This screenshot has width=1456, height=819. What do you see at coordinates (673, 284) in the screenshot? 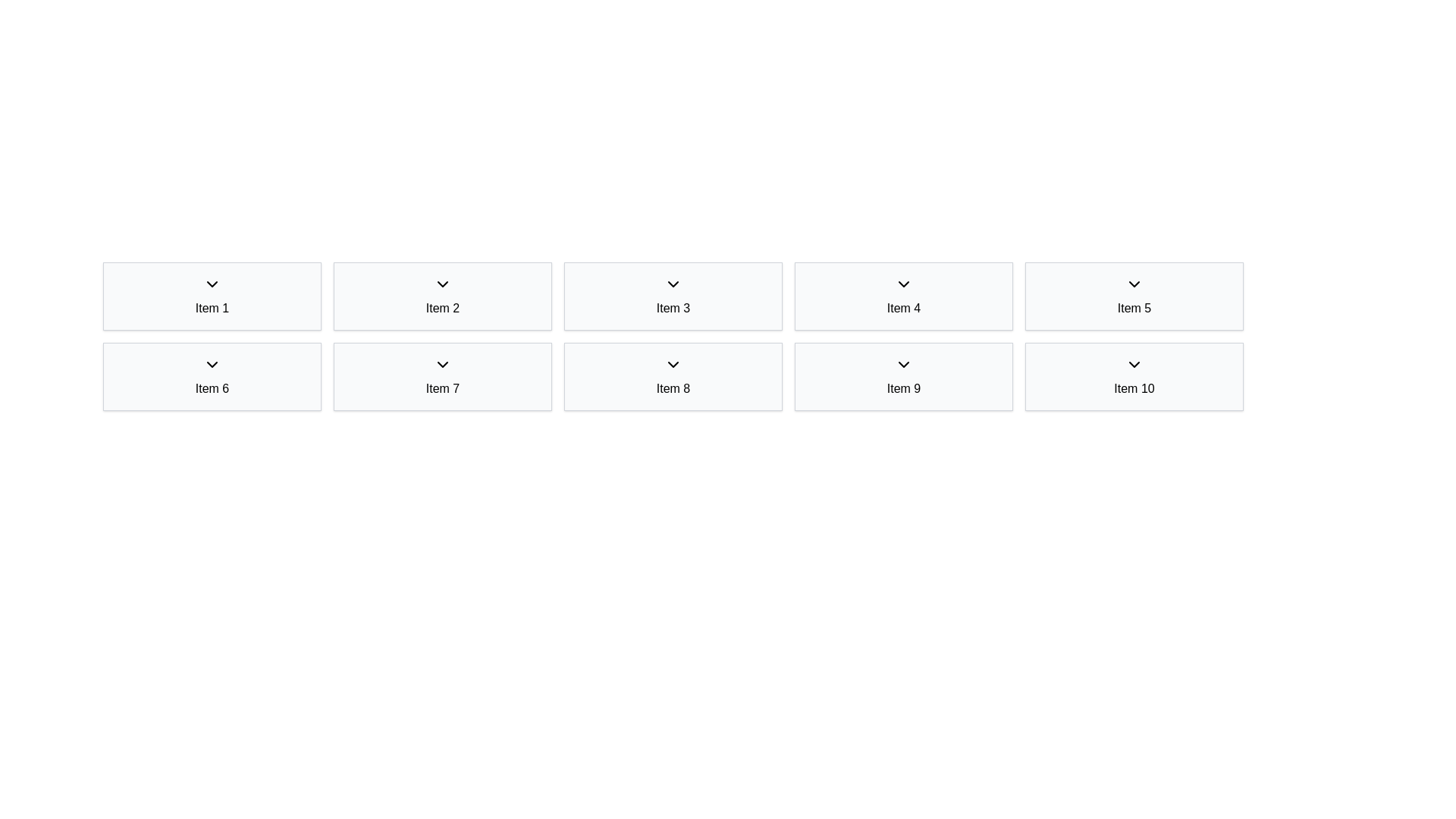
I see `the chevron icon associated with 'Item 3' to observe its hover effects` at bounding box center [673, 284].